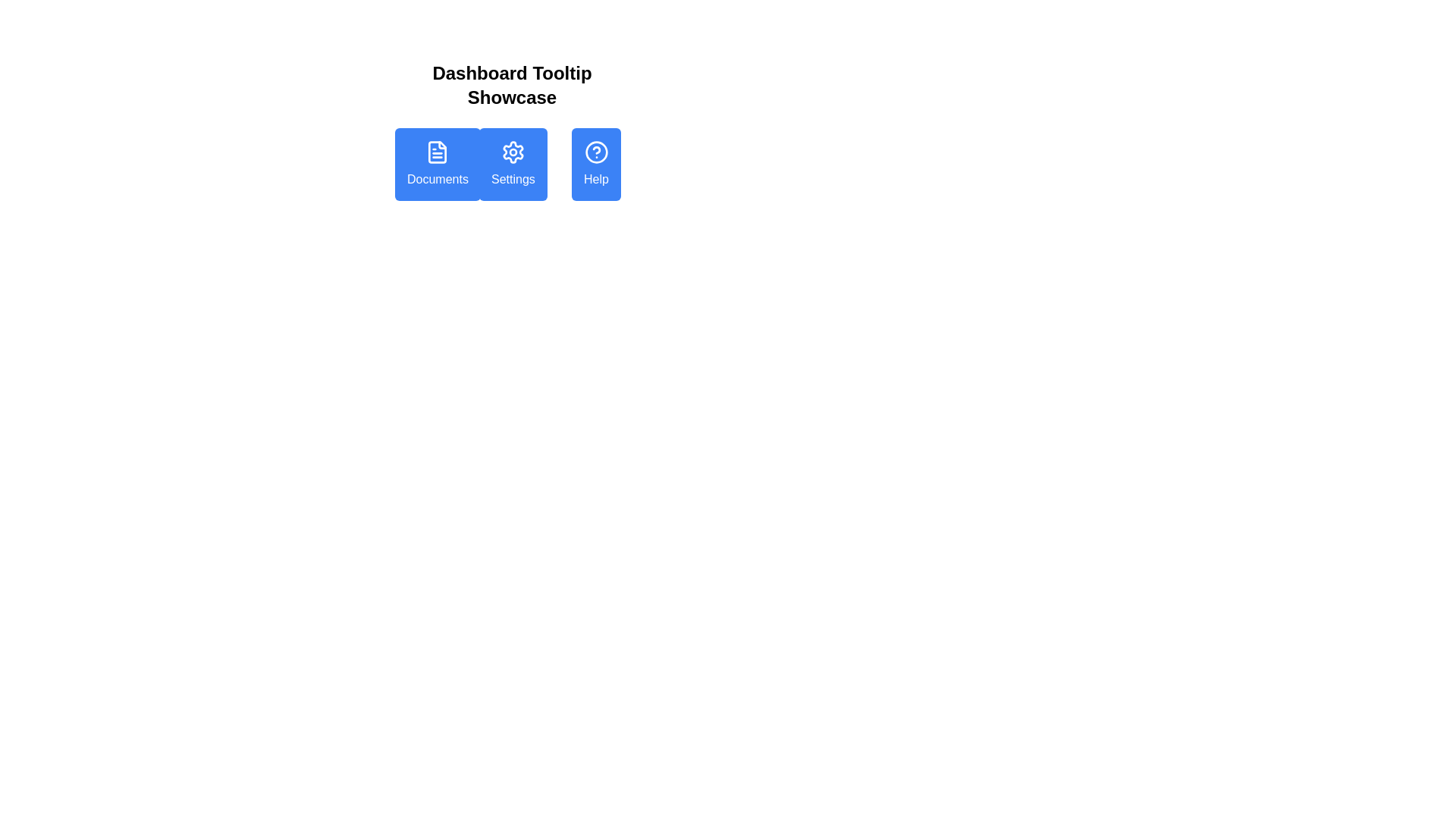 The height and width of the screenshot is (819, 1456). Describe the element at coordinates (513, 164) in the screenshot. I see `the 'Settings' button, which is a rectangular button with a blue background and white rounded text` at that location.